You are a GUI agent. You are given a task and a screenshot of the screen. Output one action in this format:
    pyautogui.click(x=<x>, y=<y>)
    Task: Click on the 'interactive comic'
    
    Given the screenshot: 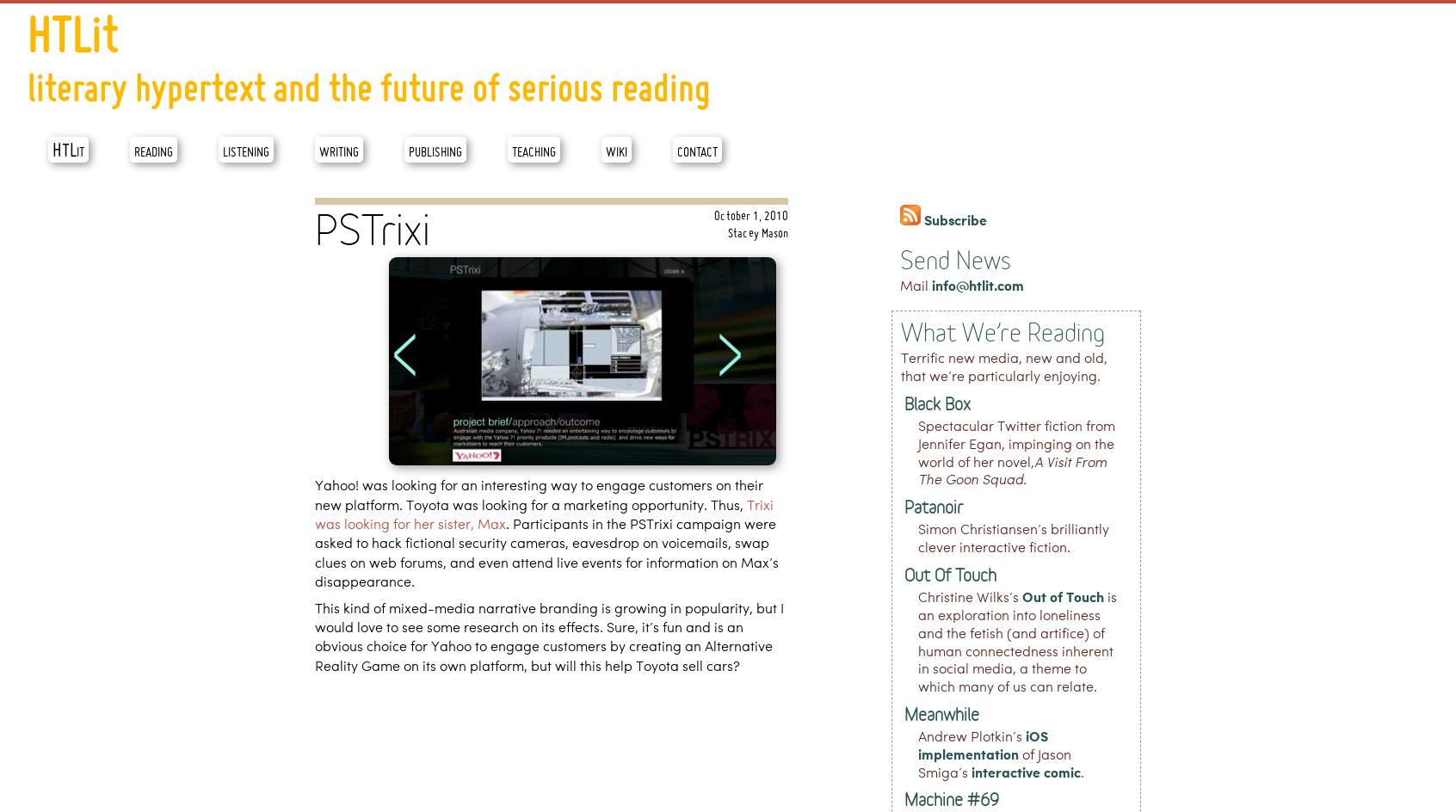 What is the action you would take?
    pyautogui.click(x=1025, y=772)
    